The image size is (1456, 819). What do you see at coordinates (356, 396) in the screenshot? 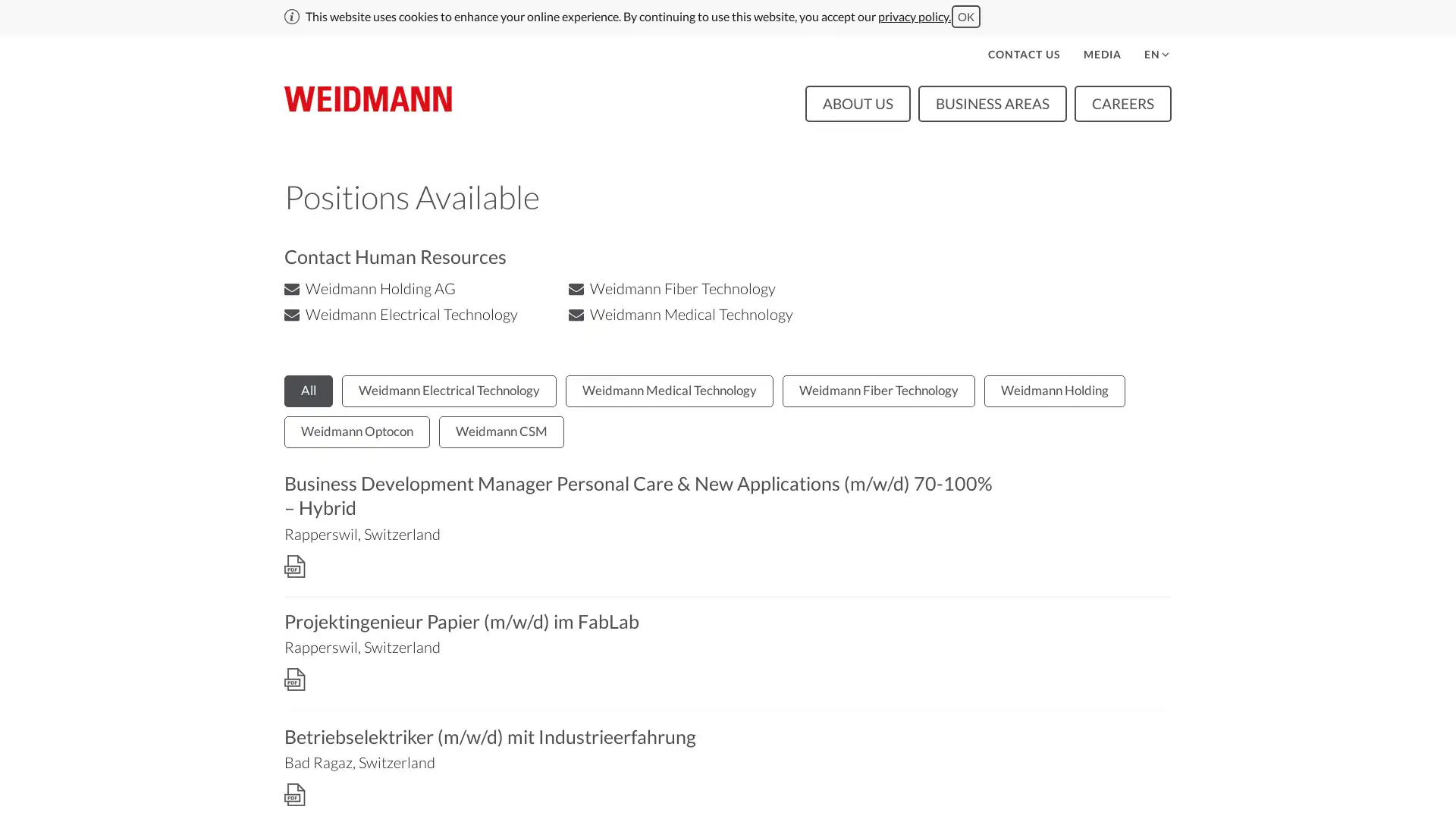
I see `Weidmann Optocon` at bounding box center [356, 396].